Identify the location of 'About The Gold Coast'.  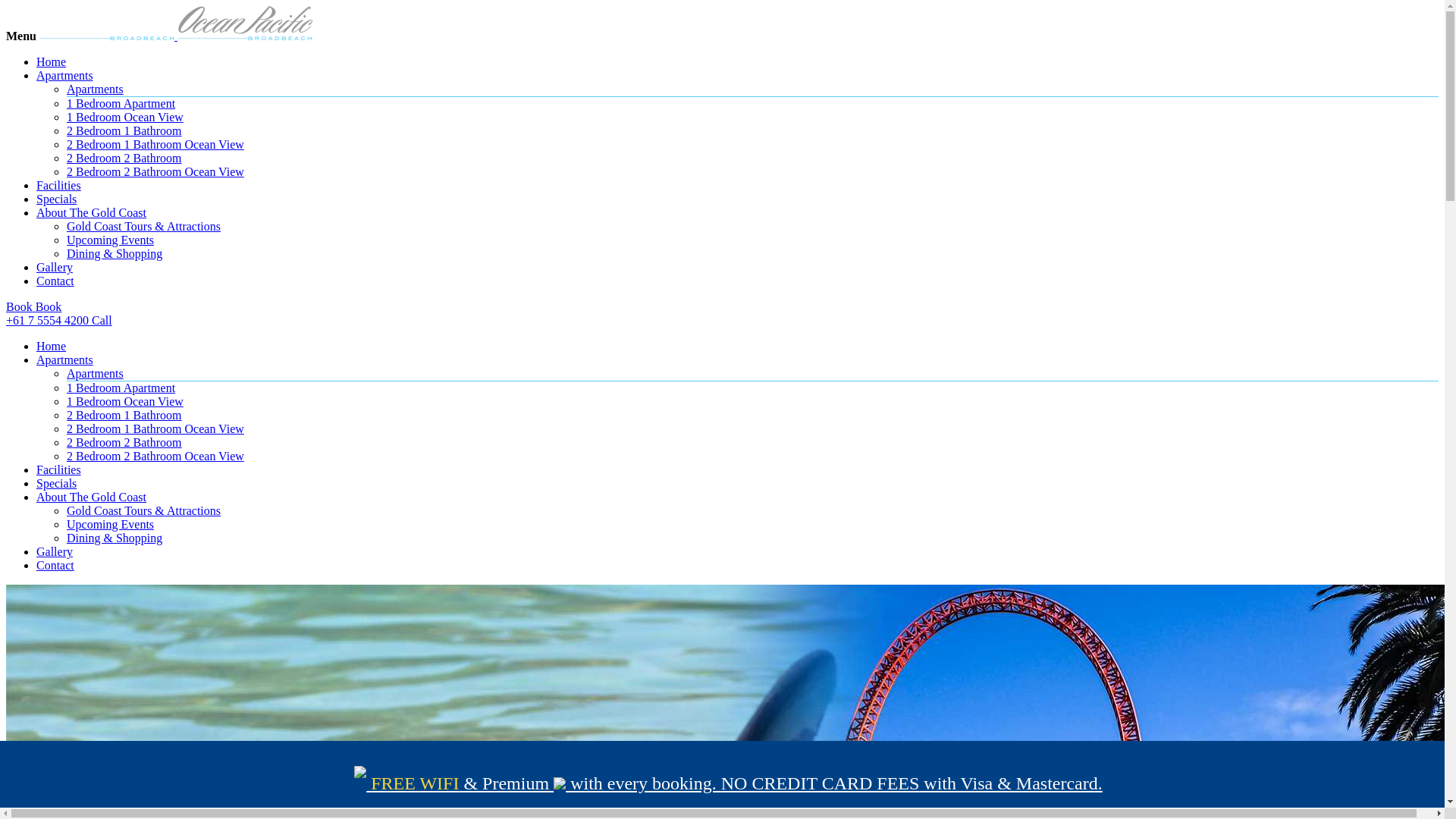
(90, 212).